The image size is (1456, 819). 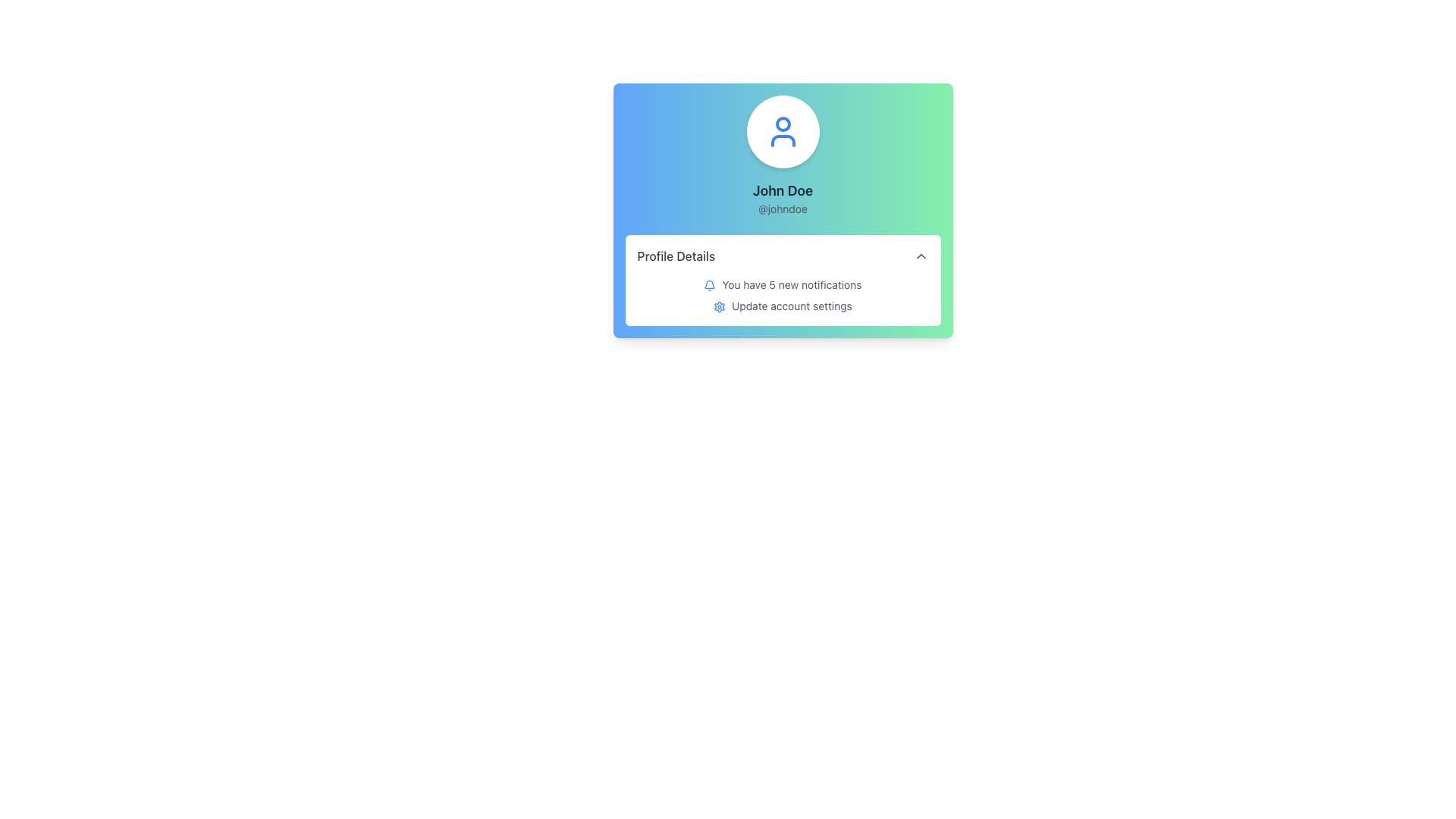 What do you see at coordinates (783, 295) in the screenshot?
I see `the informational component displaying 'You have 5 new notifications' and 'Update account settings' below the 'Profile Details' heading` at bounding box center [783, 295].